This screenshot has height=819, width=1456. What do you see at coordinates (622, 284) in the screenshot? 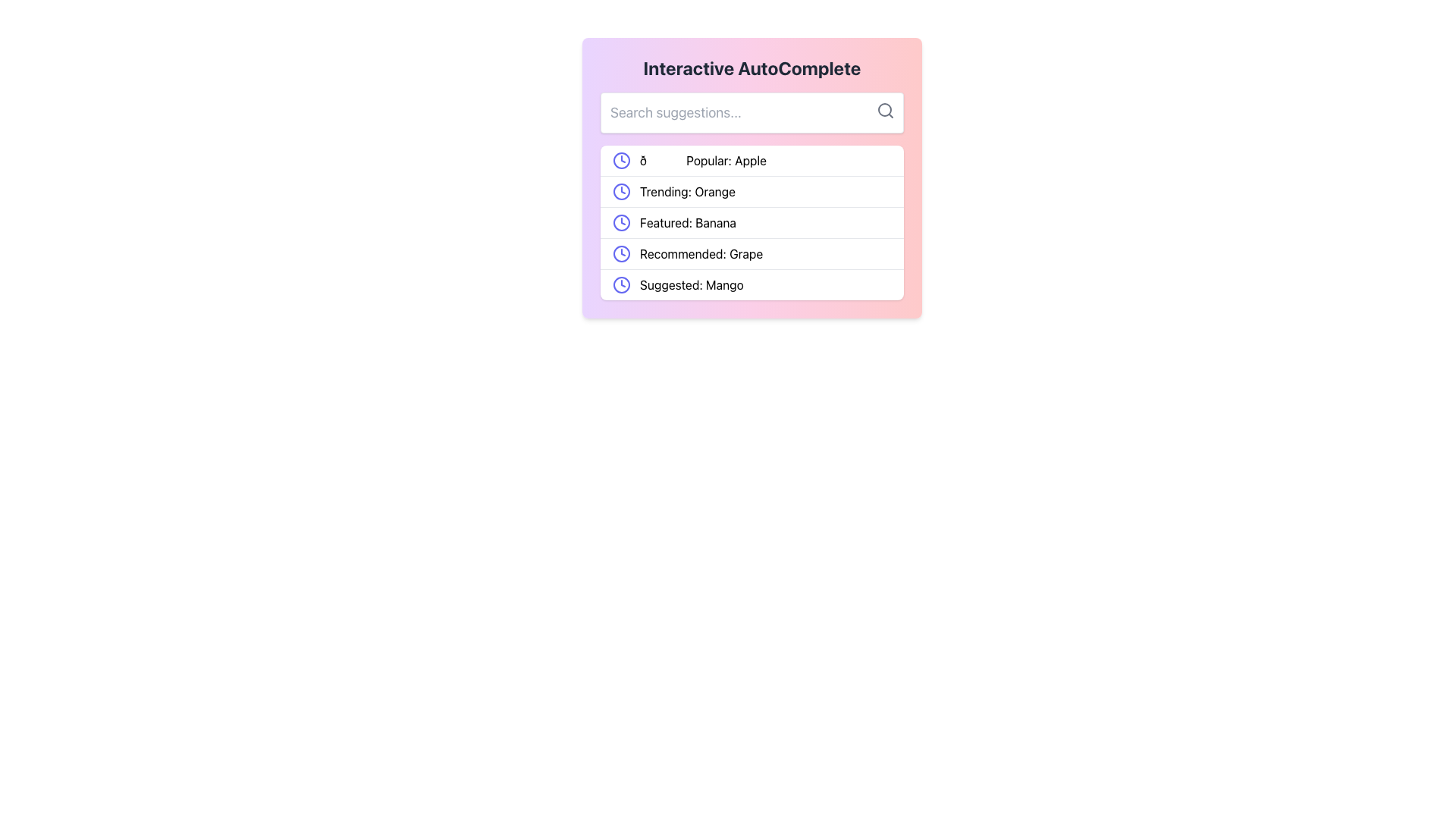
I see `the clock-shaped icon in the 'Suggested: Mango' entry, the fifth item in the vertical list under the 'Interactive AutoComplete' component` at bounding box center [622, 284].